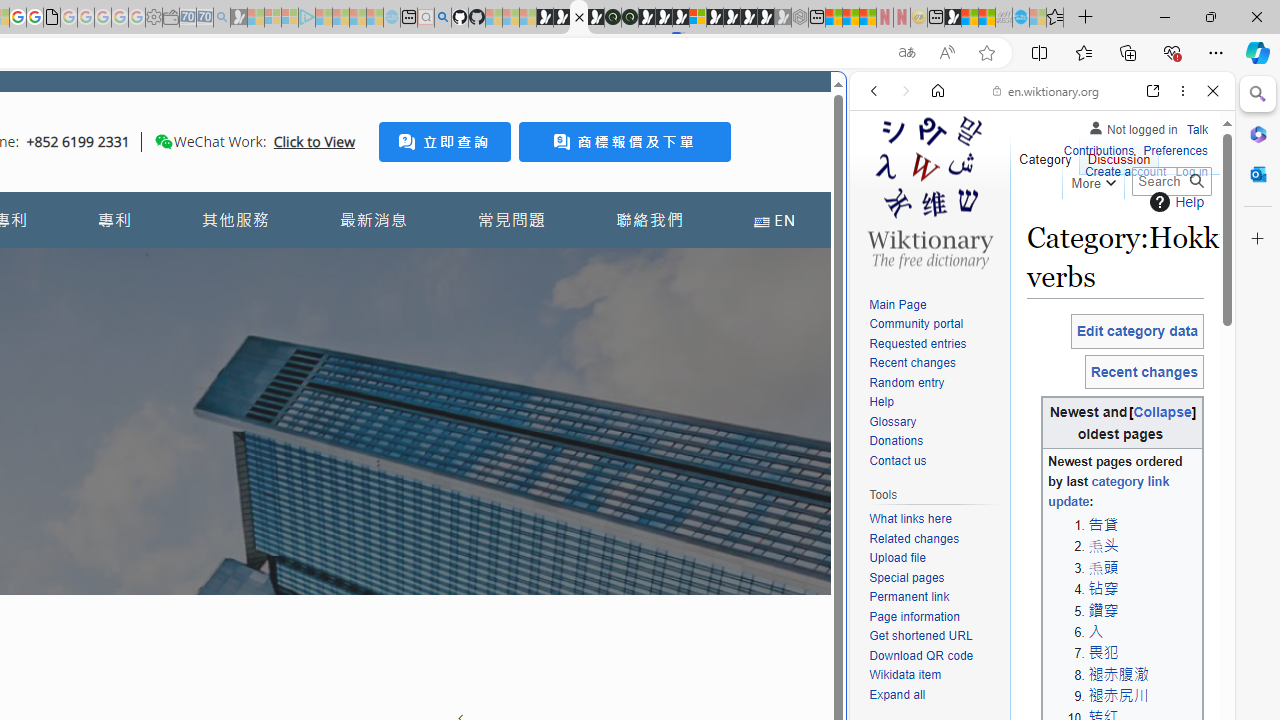 The height and width of the screenshot is (720, 1280). Describe the element at coordinates (1044, 154) in the screenshot. I see `'Category'` at that location.